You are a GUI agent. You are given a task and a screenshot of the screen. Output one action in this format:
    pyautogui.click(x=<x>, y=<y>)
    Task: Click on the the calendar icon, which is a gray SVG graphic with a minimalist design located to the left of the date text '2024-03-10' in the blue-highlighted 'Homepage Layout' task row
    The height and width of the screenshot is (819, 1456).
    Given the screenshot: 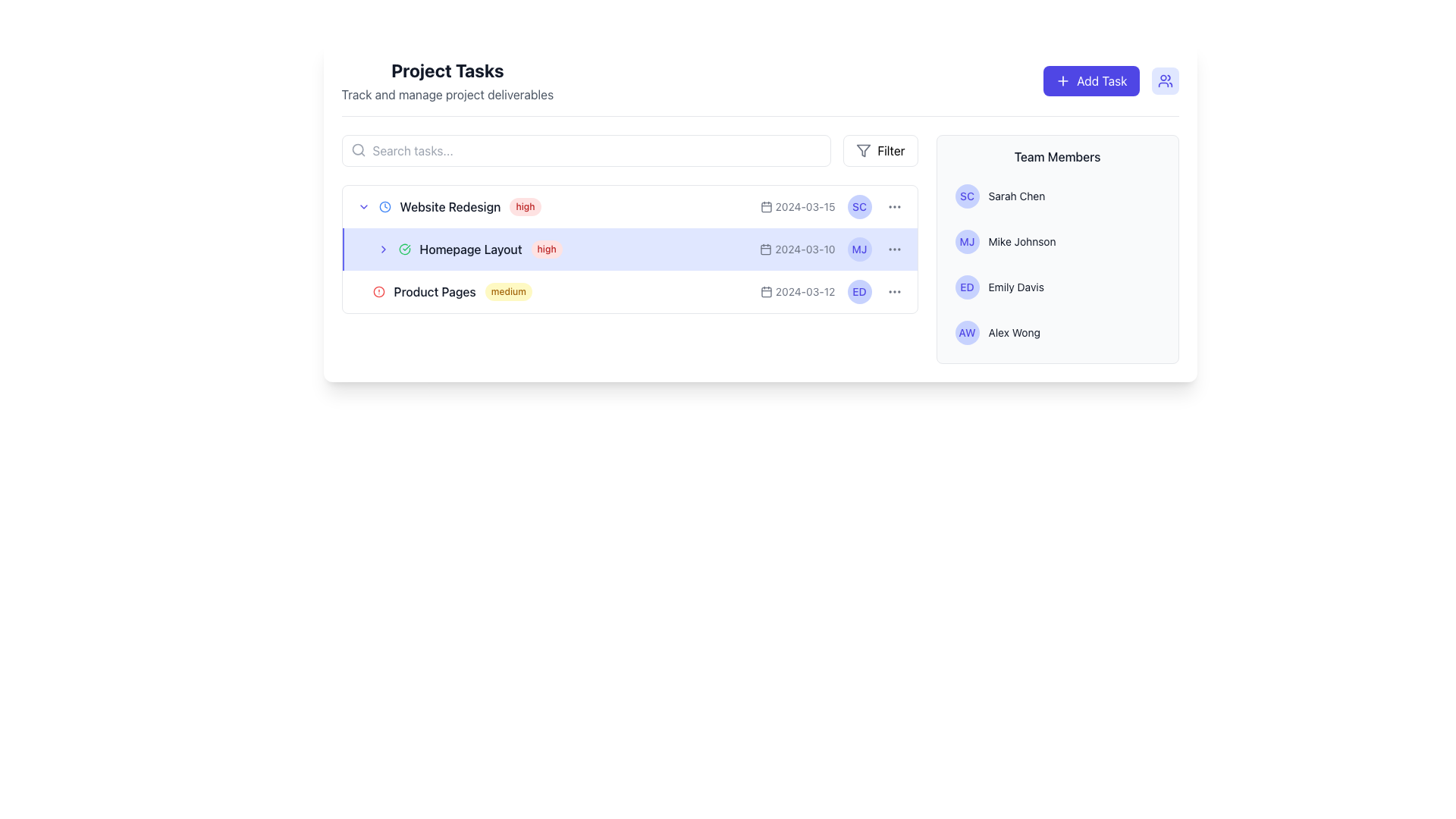 What is the action you would take?
    pyautogui.click(x=766, y=248)
    